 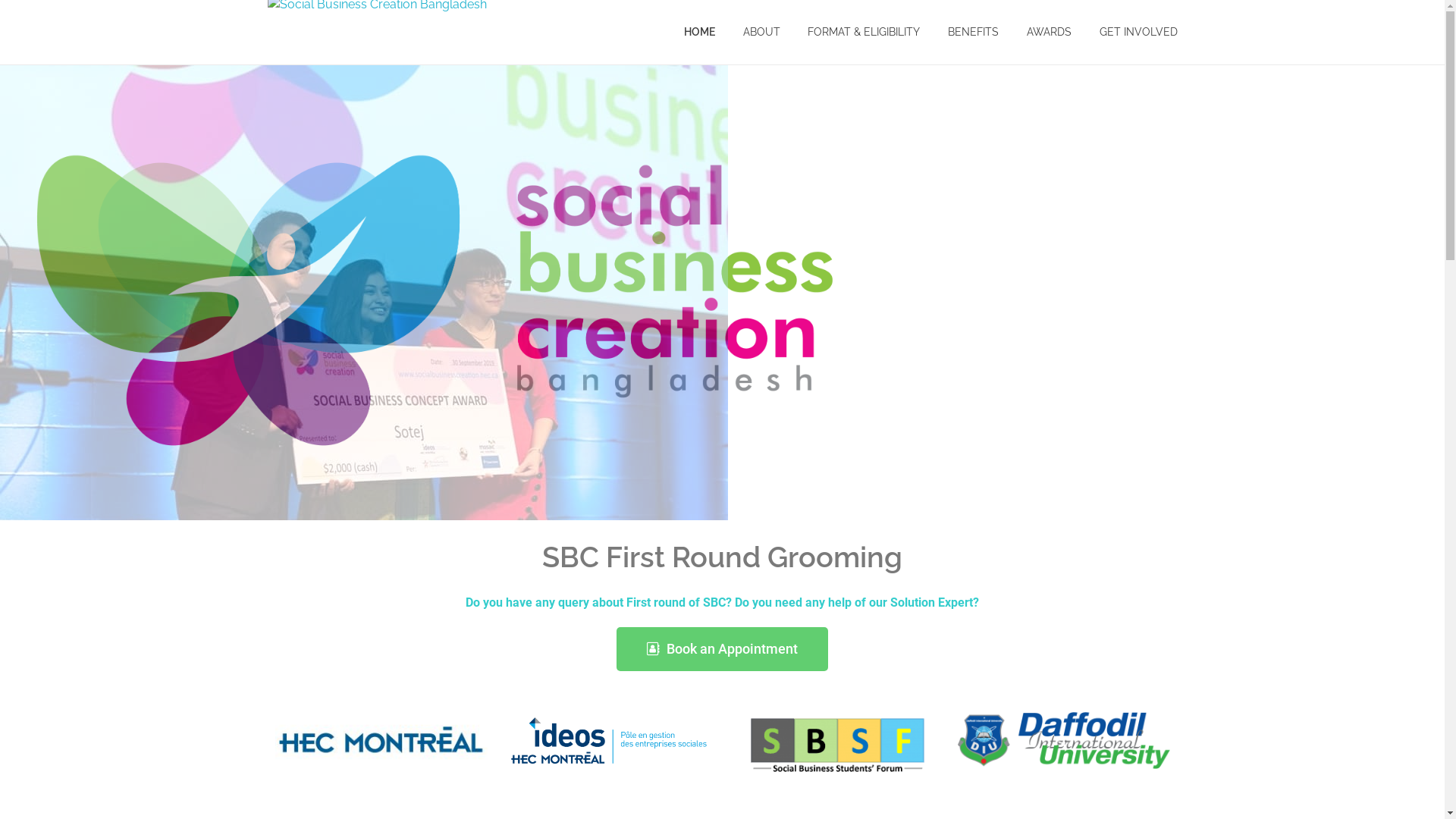 What do you see at coordinates (864, 32) in the screenshot?
I see `'FORMAT & ELIGIBILITY'` at bounding box center [864, 32].